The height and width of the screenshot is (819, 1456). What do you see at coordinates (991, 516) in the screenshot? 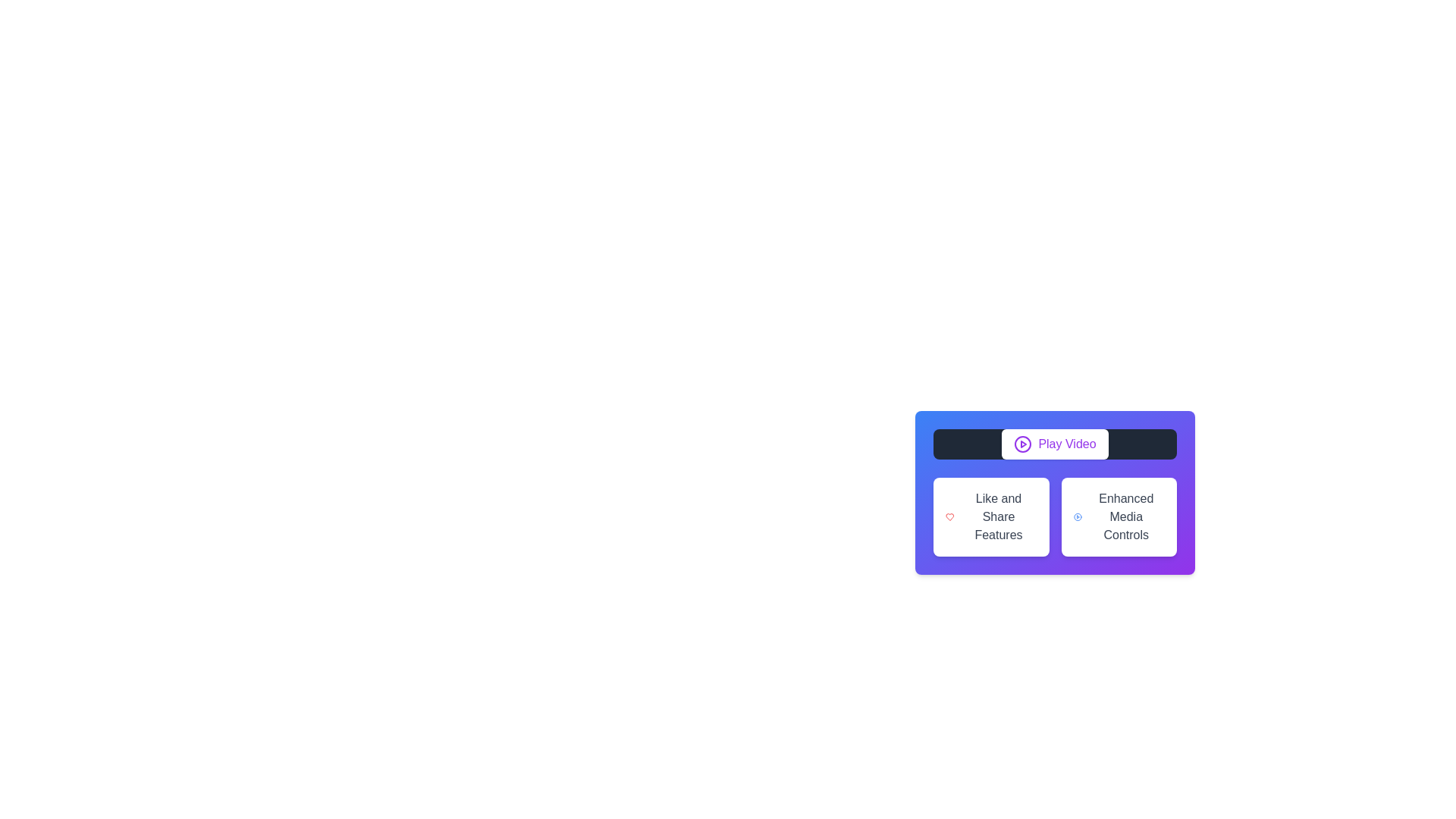
I see `the informational card representing 'Like and Share Features' located in the second section of the interface, to the left of two similar cards, below the 'Play Video' button` at bounding box center [991, 516].